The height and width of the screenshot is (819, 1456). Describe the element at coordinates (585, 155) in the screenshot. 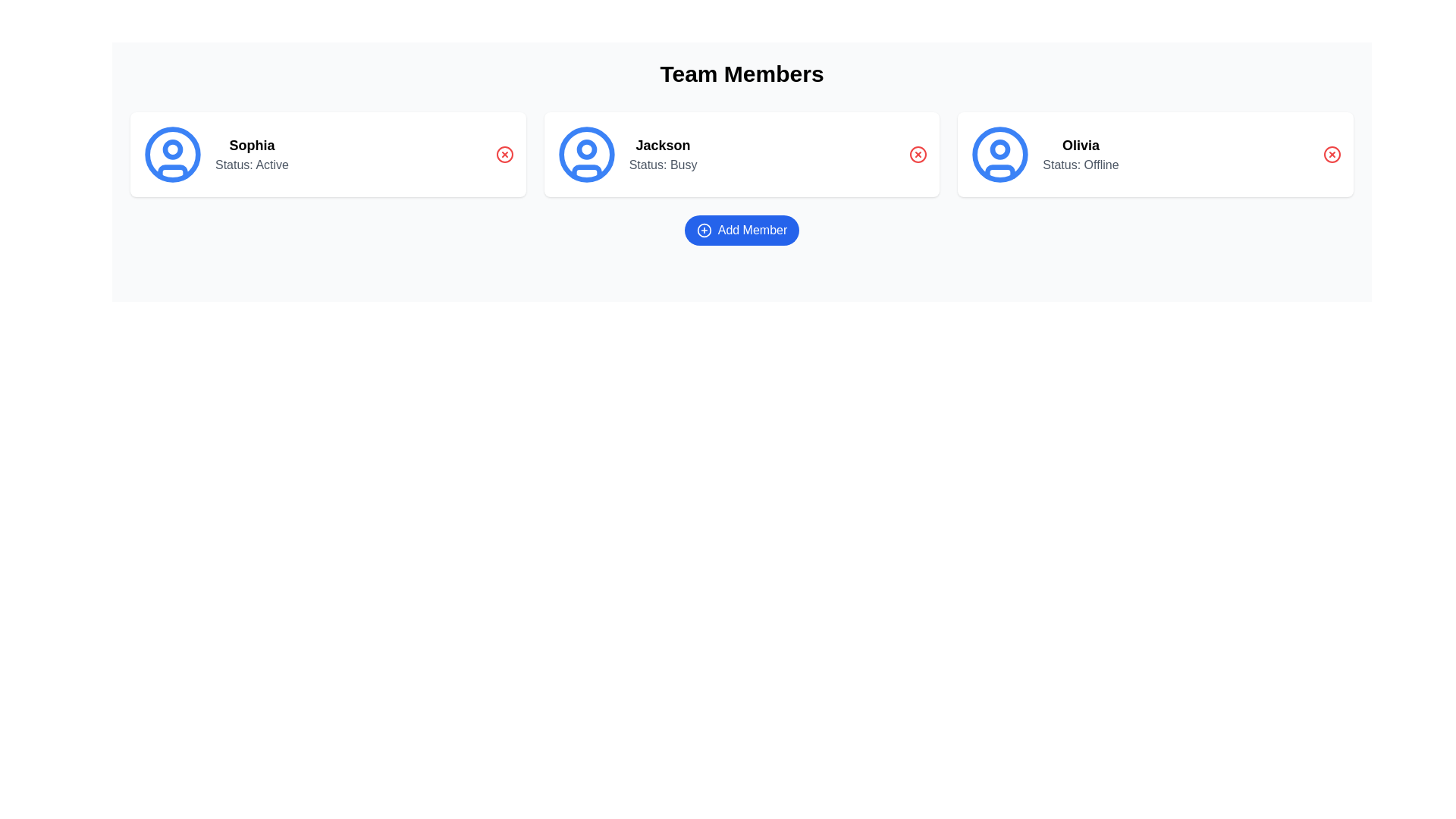

I see `the largest circular component of the user avatar icon, which visually represents the user's primary identity within the interface` at that location.